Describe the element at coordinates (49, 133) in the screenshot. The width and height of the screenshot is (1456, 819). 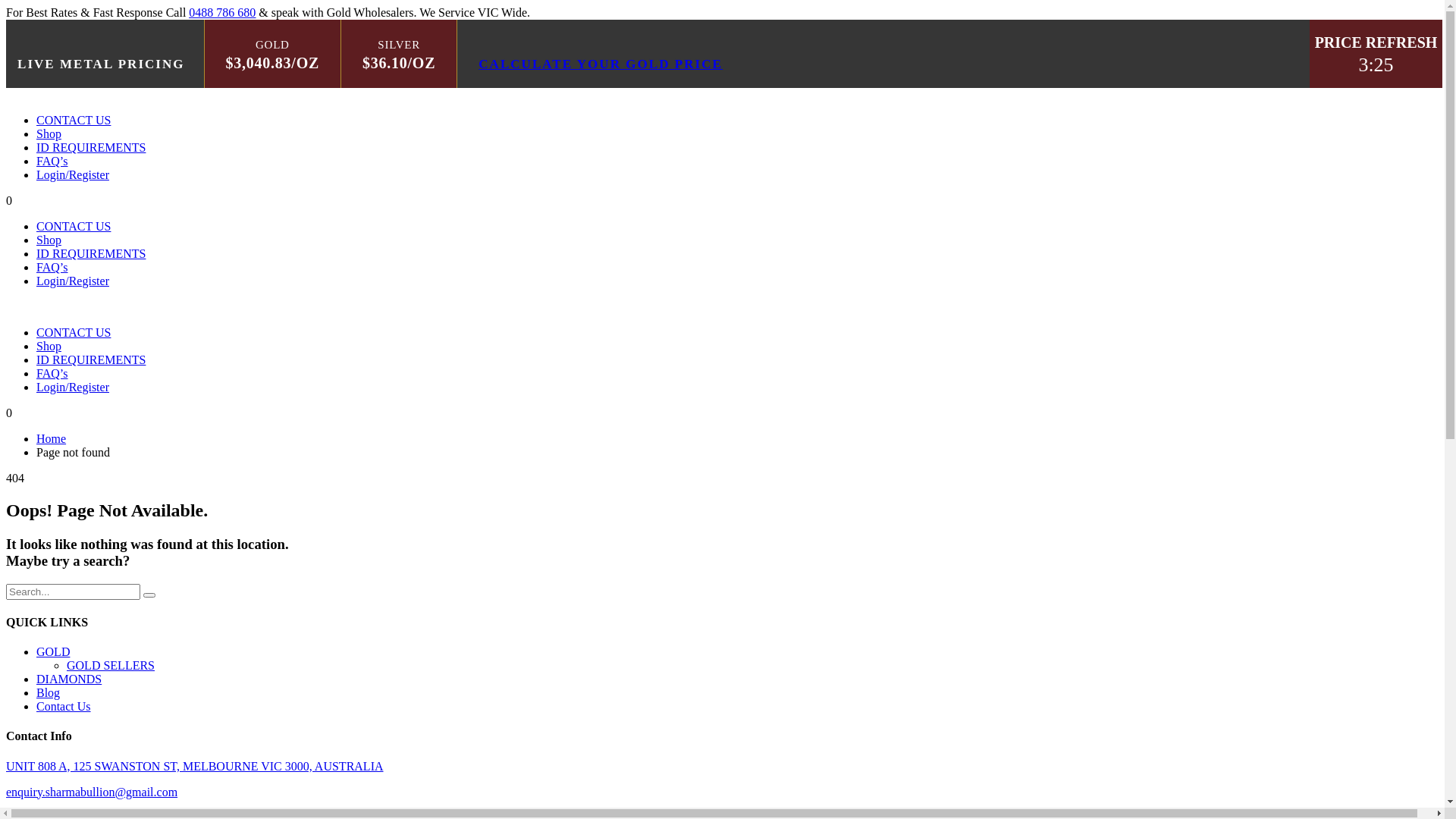
I see `'Shop'` at that location.